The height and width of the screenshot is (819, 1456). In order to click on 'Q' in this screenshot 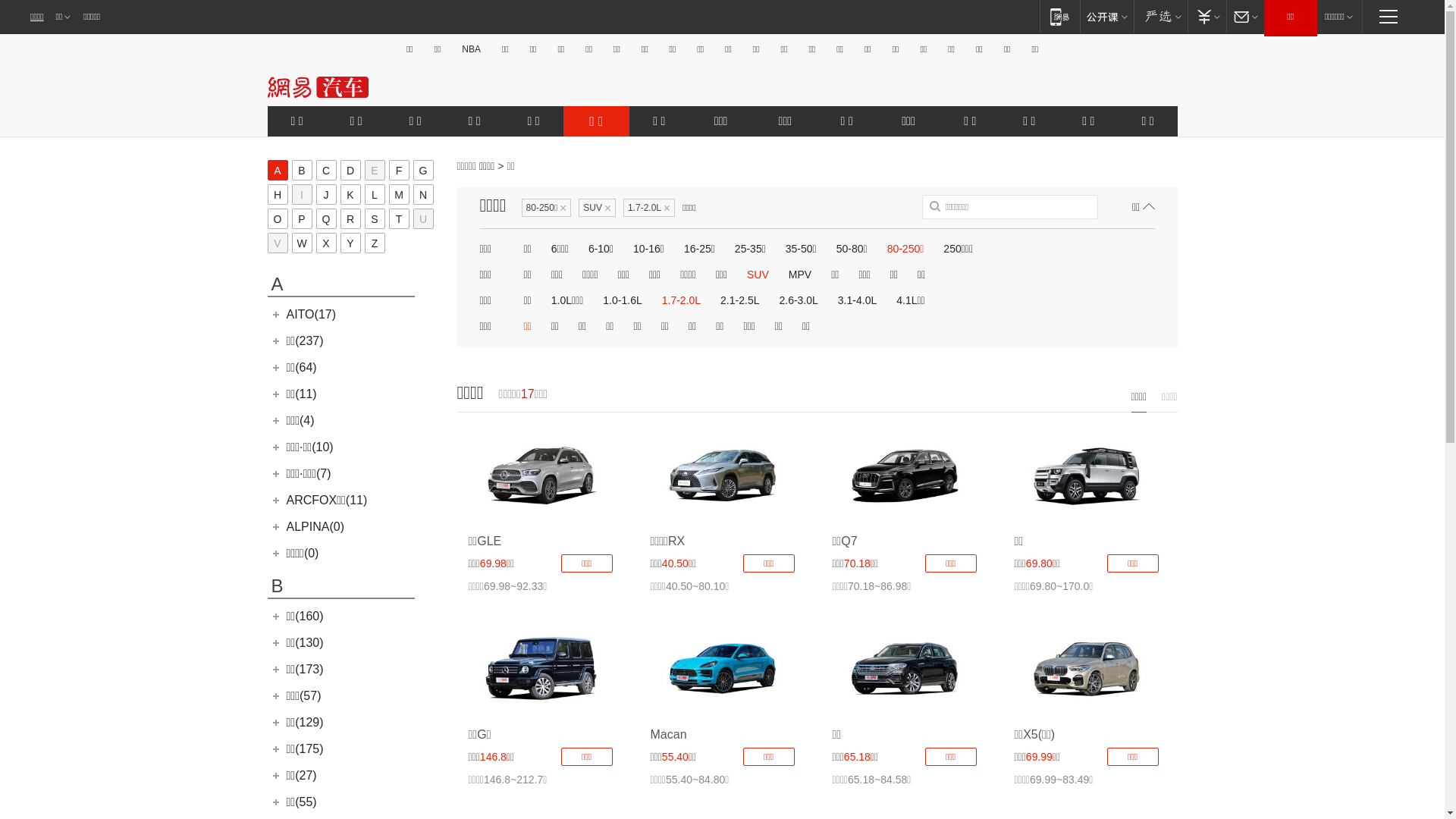, I will do `click(325, 218)`.